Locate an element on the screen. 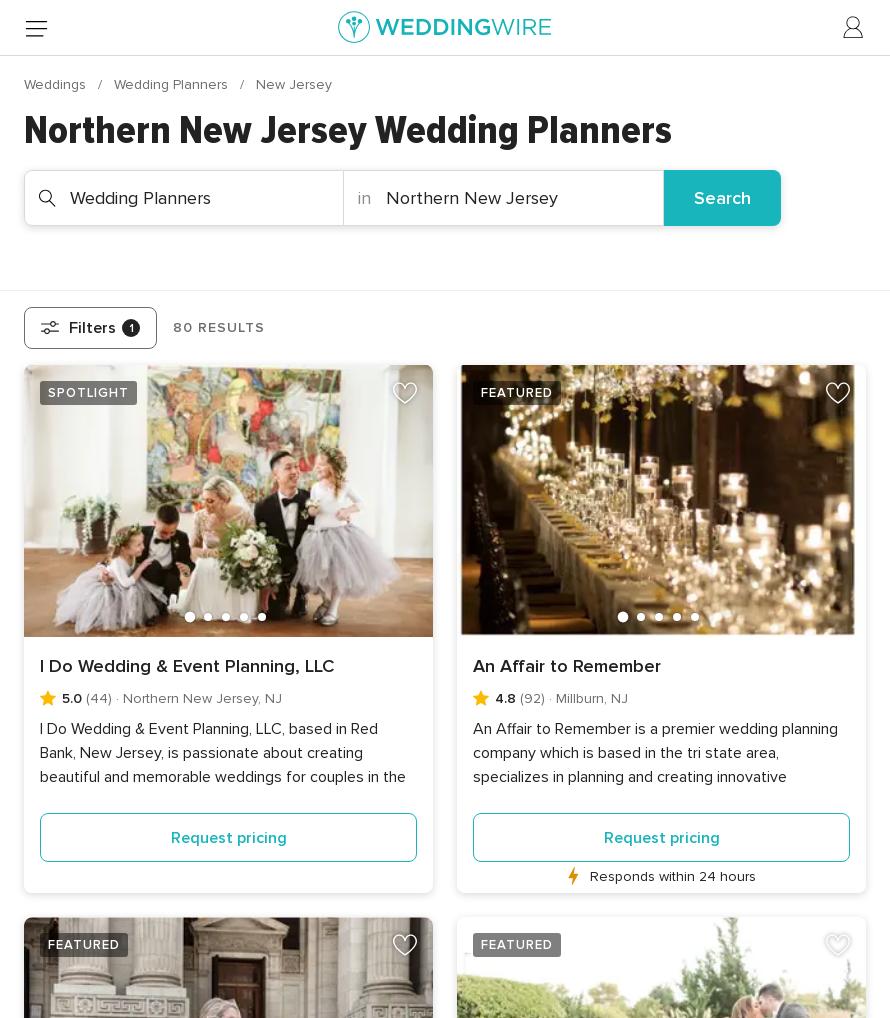 The width and height of the screenshot is (890, 1018). 'Northern New Jersey Wedding Planners' is located at coordinates (347, 128).